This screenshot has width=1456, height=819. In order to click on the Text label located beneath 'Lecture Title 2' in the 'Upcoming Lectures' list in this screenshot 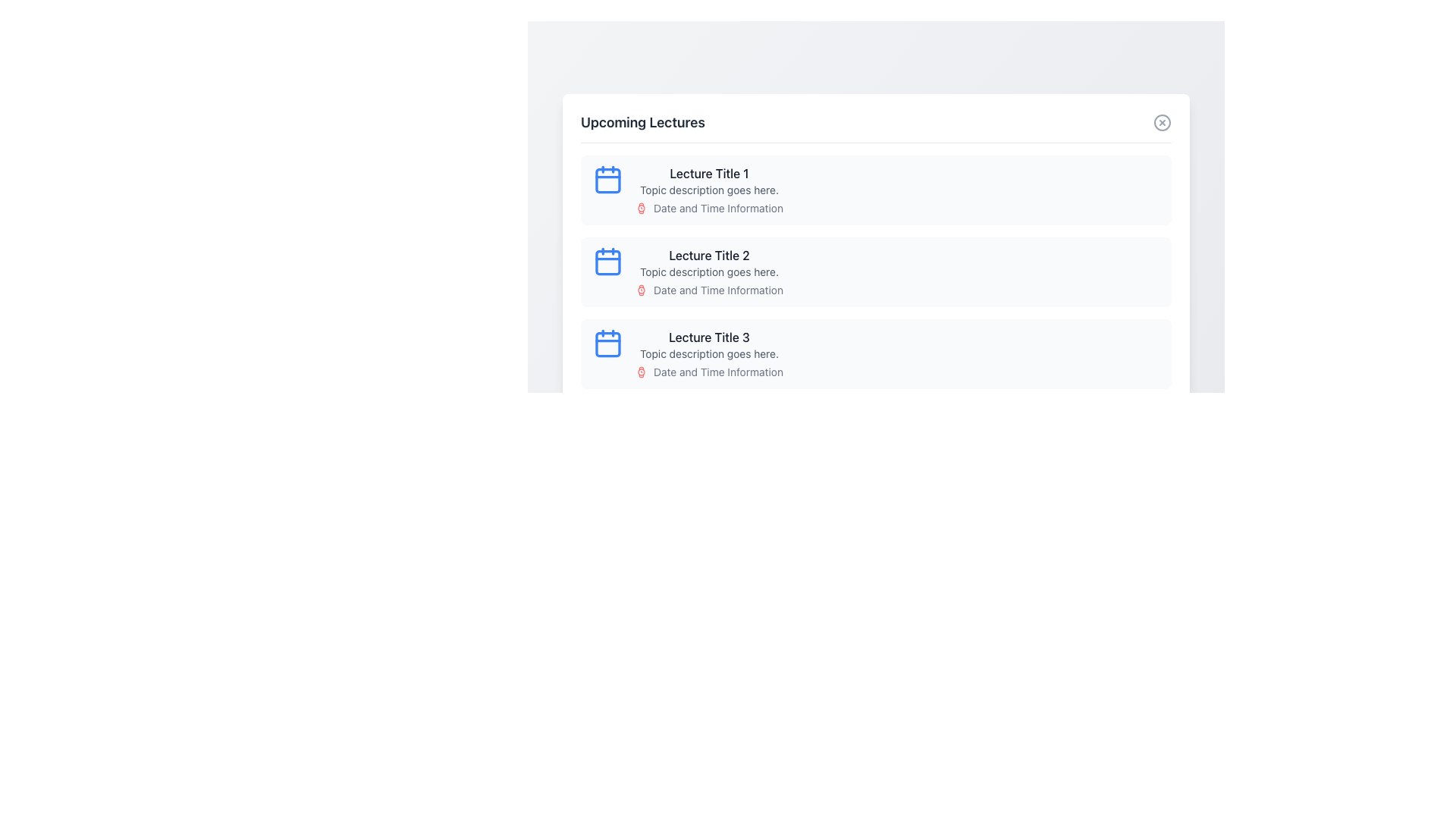, I will do `click(708, 271)`.